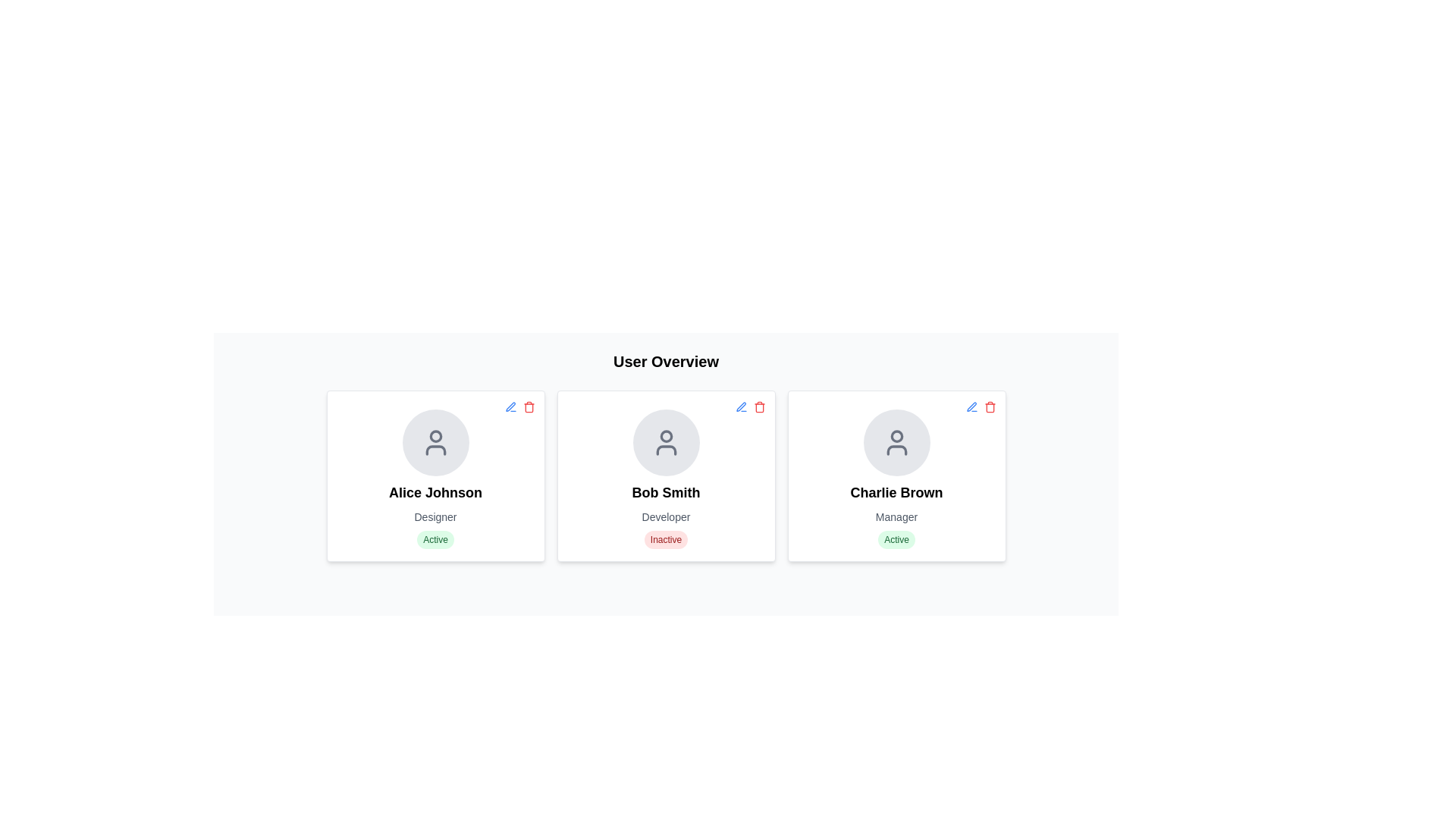 The height and width of the screenshot is (819, 1456). Describe the element at coordinates (741, 406) in the screenshot. I see `the pen icon element located in the top-right corner of the 'Bob Smith' user card, which serves as an interactive trigger for the edit functionality` at that location.